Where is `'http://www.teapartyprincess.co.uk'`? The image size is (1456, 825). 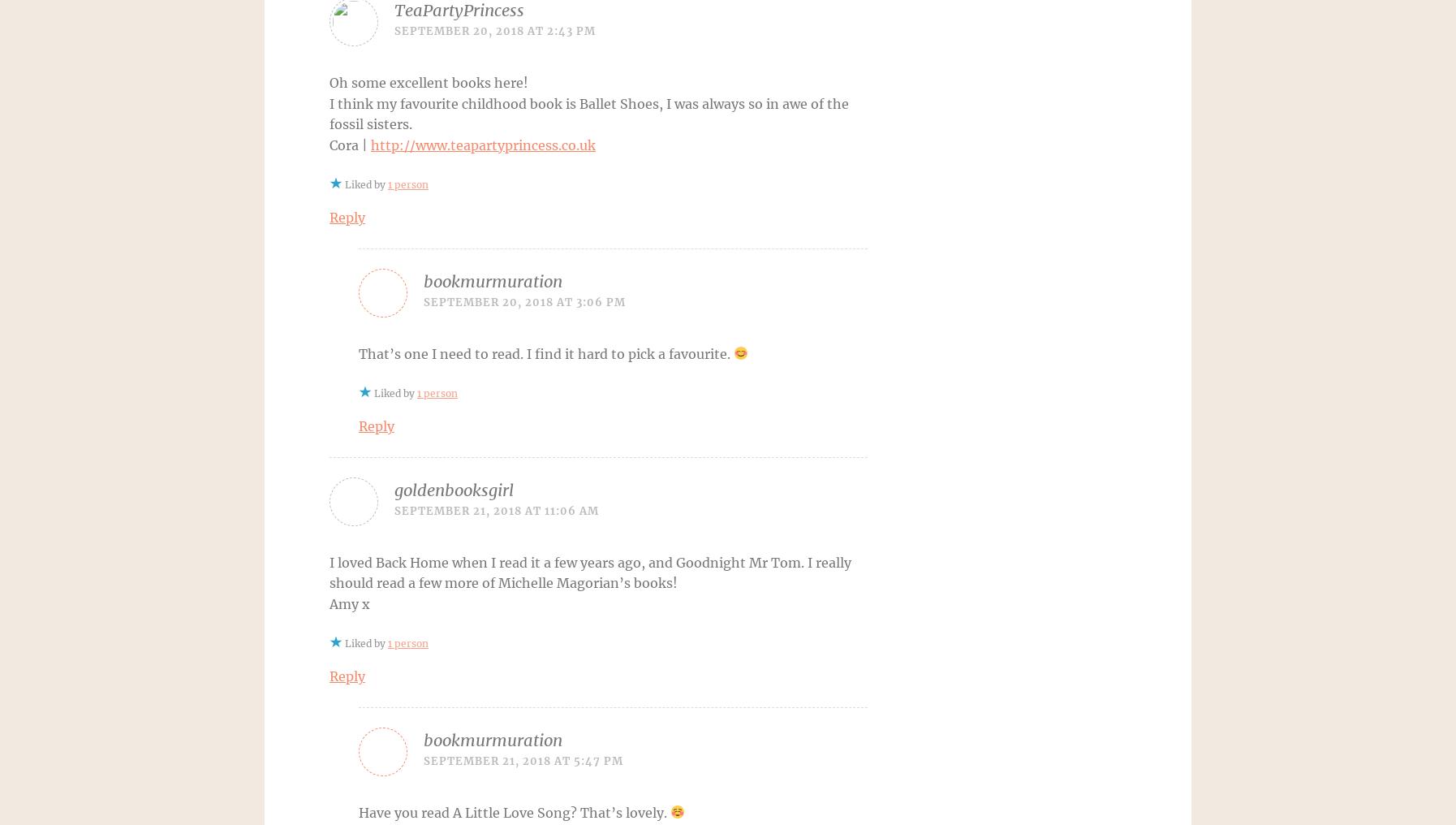
'http://www.teapartyprincess.co.uk' is located at coordinates (370, 144).